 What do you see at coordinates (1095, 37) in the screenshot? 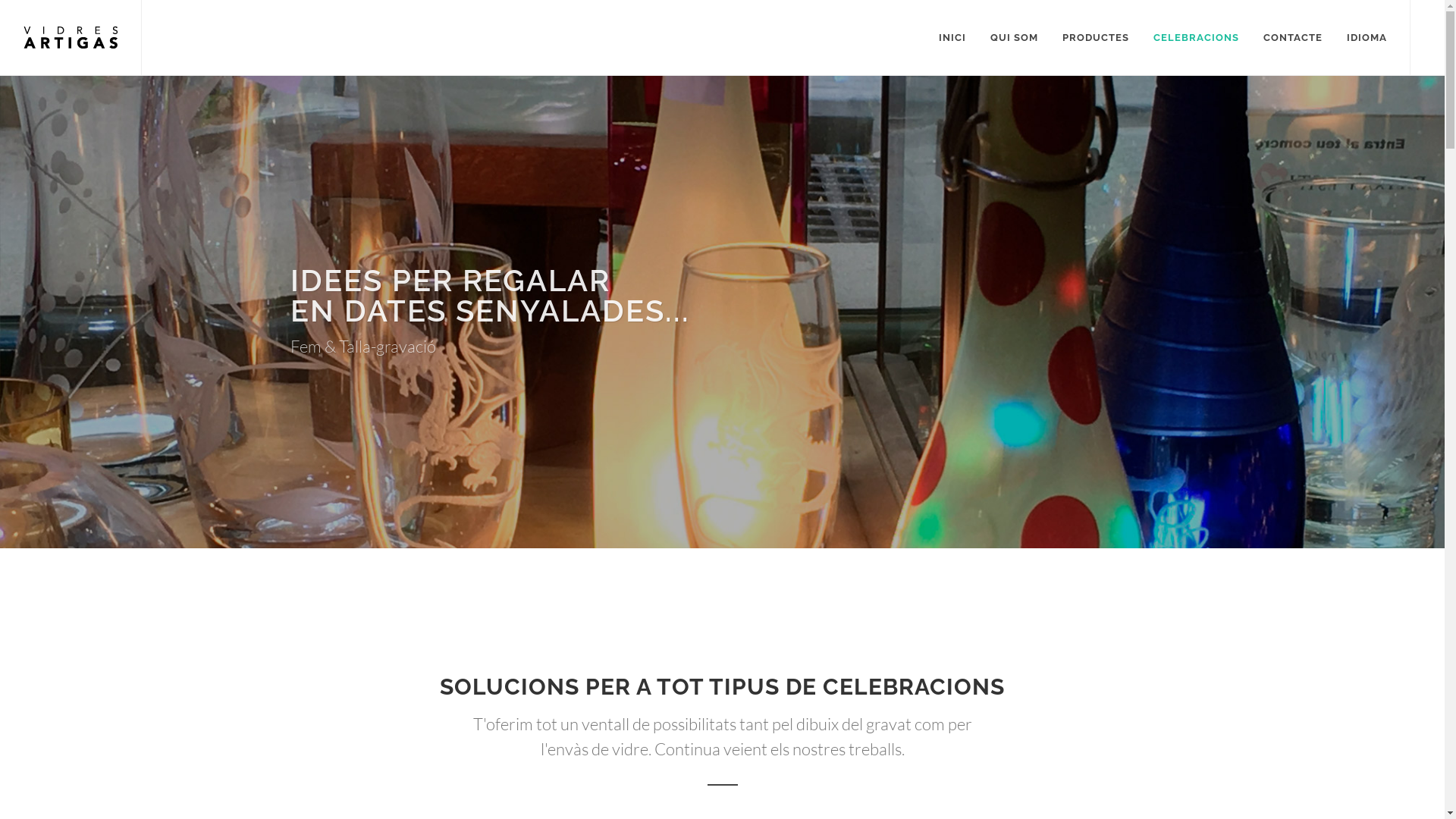
I see `'PRODUCTES'` at bounding box center [1095, 37].